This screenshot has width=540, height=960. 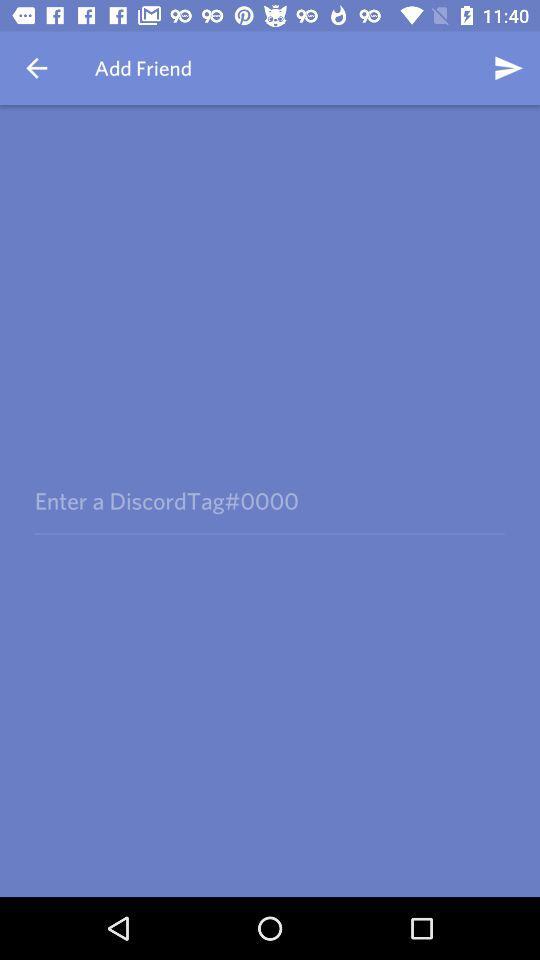 What do you see at coordinates (36, 68) in the screenshot?
I see `the icon next to add friend icon` at bounding box center [36, 68].